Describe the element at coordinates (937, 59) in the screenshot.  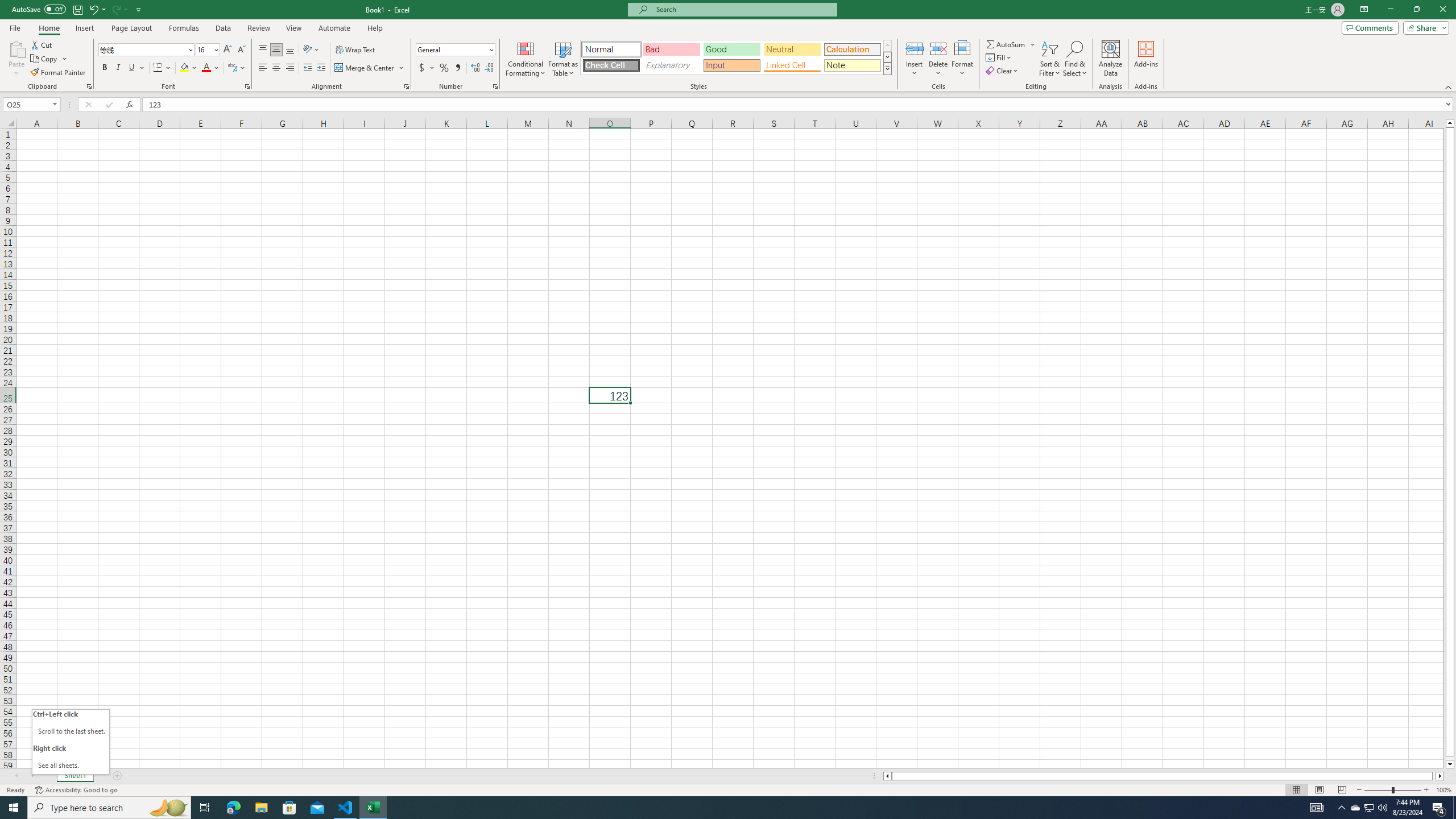
I see `'Delete'` at that location.